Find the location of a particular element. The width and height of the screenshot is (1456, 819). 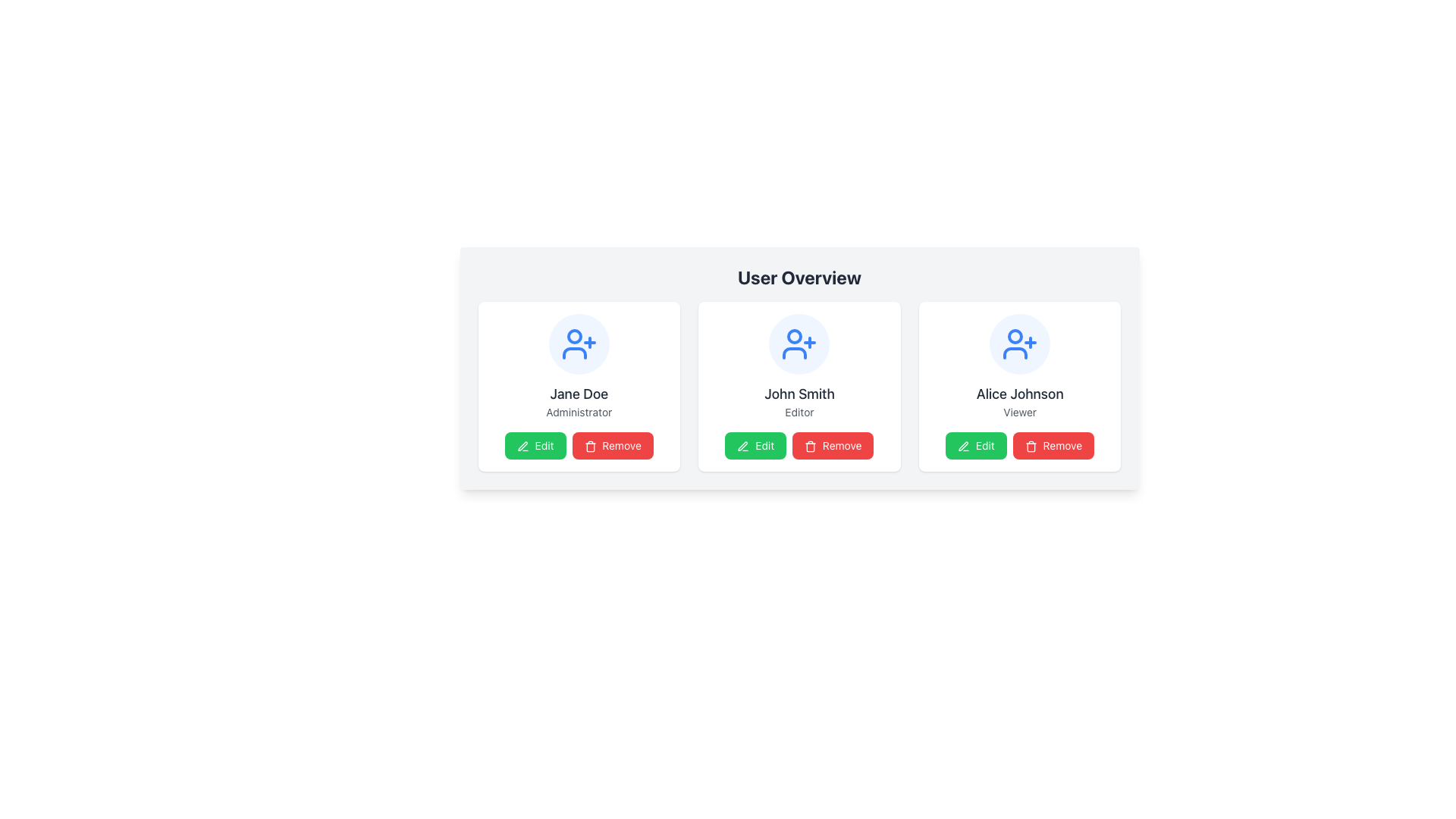

the 'Viewer' text label that indicates the user's role, located below 'Alice Johnson' and above the buttons group in the user card for Alice Johnson is located at coordinates (1020, 412).